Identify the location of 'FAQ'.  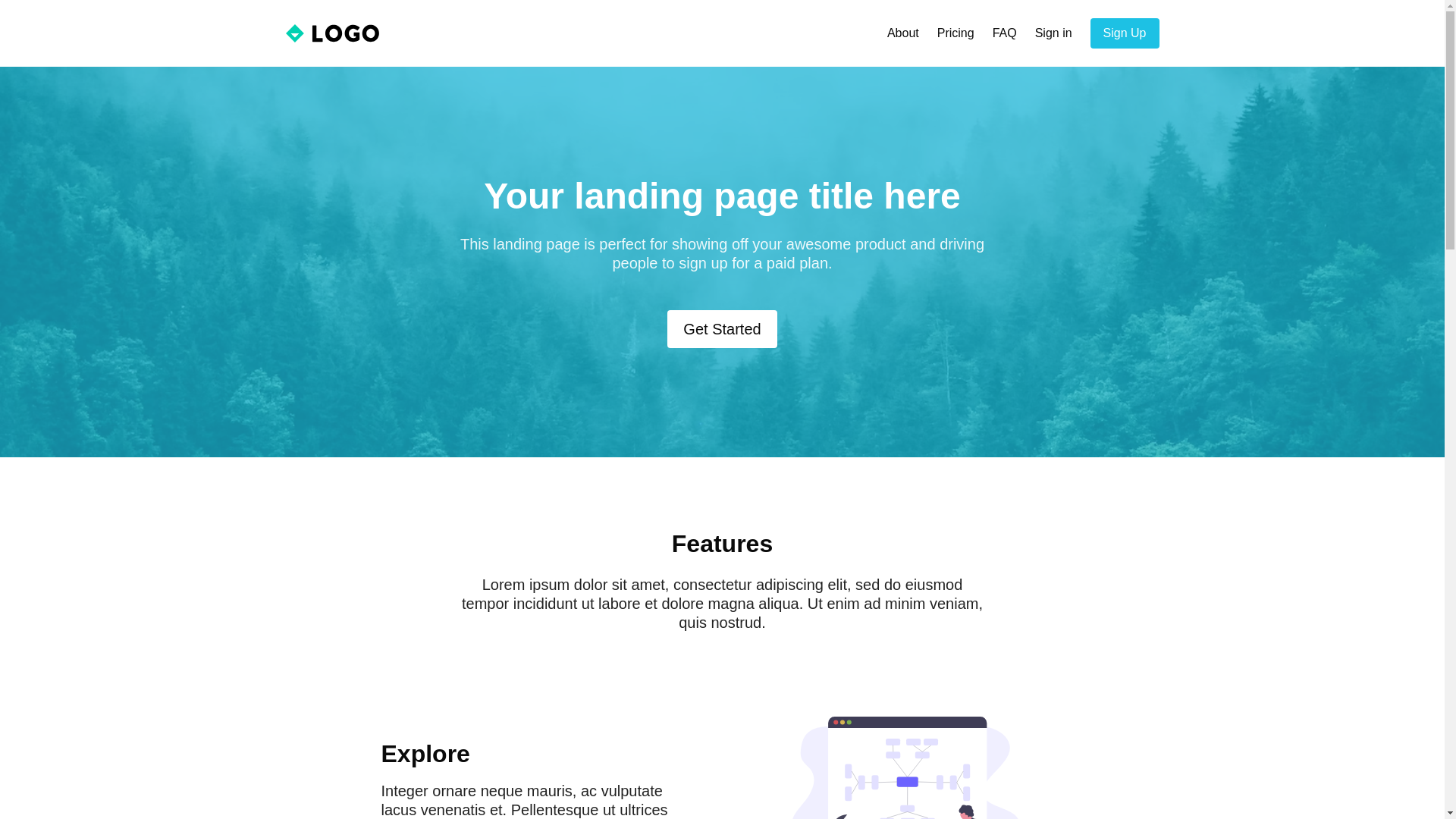
(1004, 33).